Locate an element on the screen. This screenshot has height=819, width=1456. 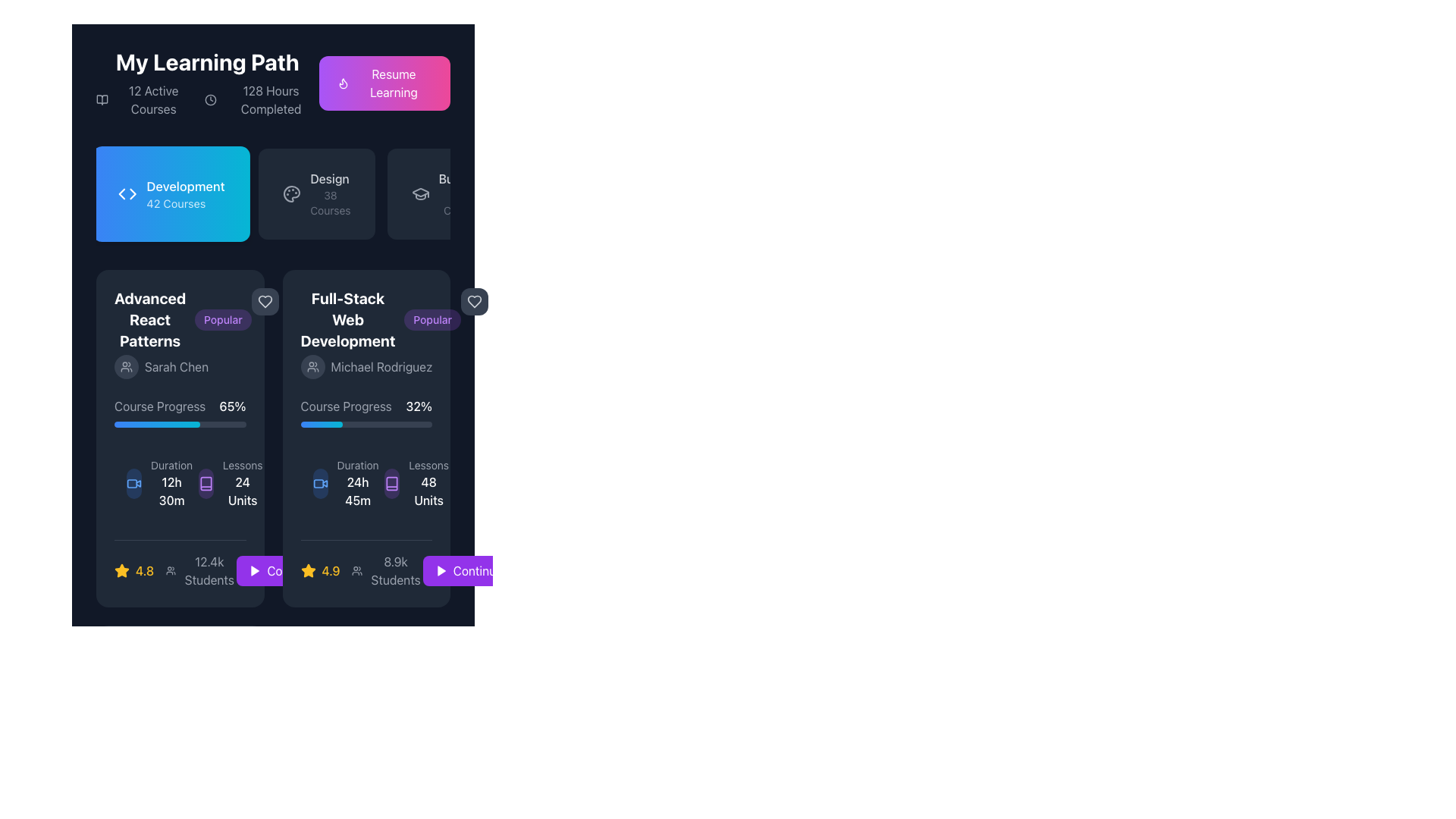
the text label that indicates the number of courses available under the 'Development' category, which is positioned directly below the 'Development' header in the blue card is located at coordinates (176, 202).